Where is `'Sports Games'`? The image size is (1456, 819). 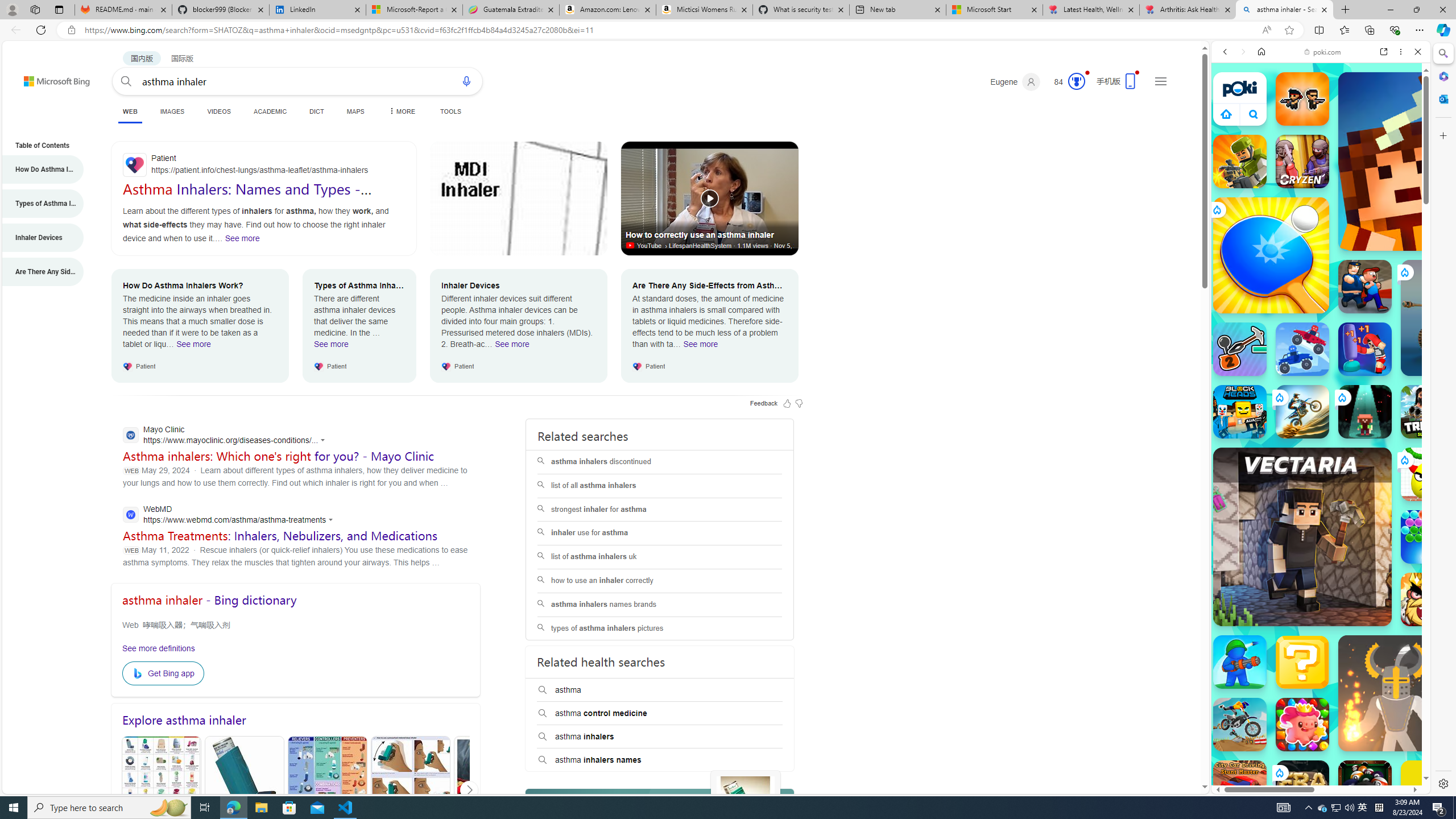 'Sports Games' is located at coordinates (1319, 379).